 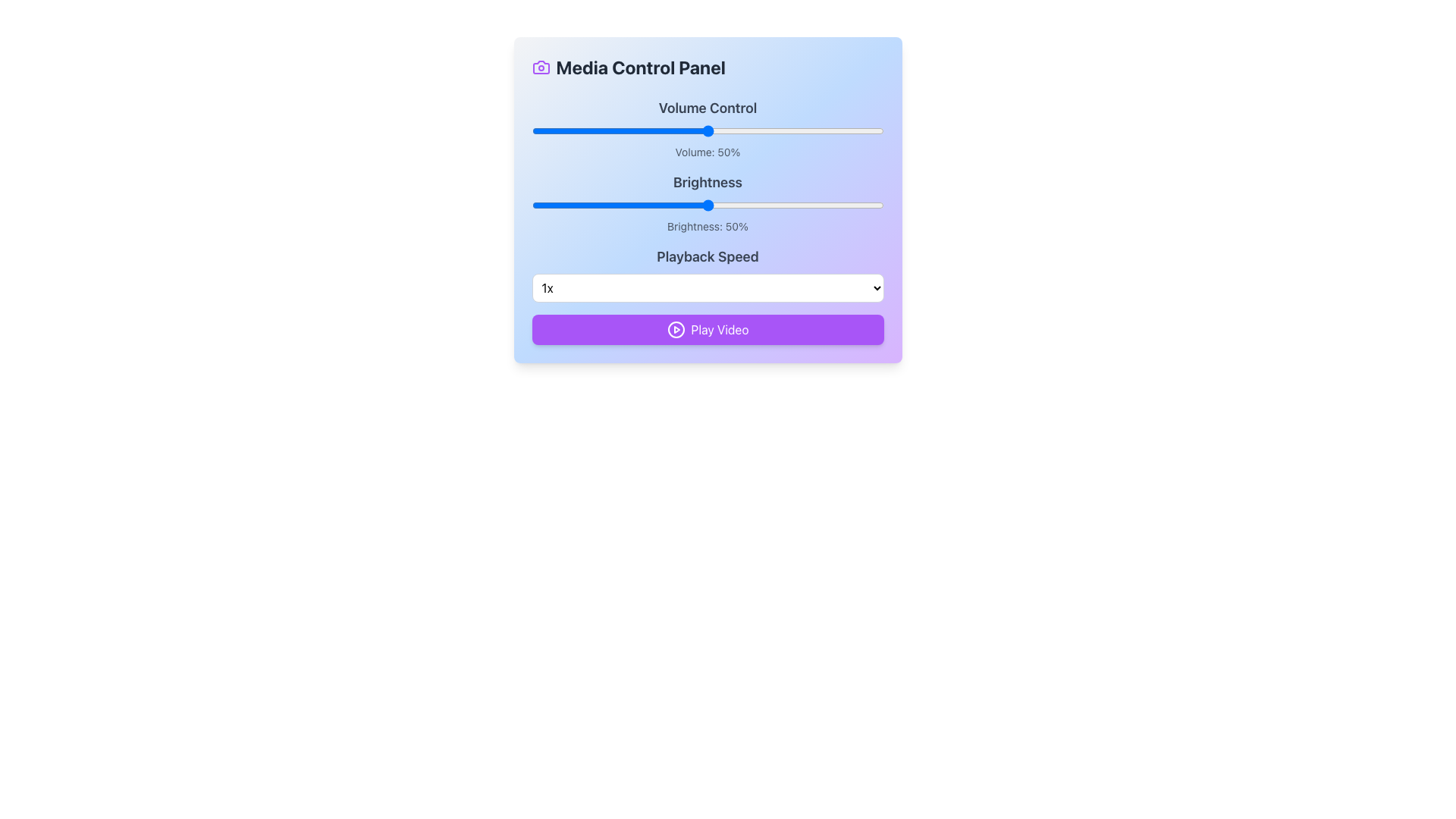 What do you see at coordinates (707, 256) in the screenshot?
I see `the Text Label that describes the dropdown menu for playback speed settings, which is positioned centrally above the dropdown and below the 'Brightness' controls` at bounding box center [707, 256].